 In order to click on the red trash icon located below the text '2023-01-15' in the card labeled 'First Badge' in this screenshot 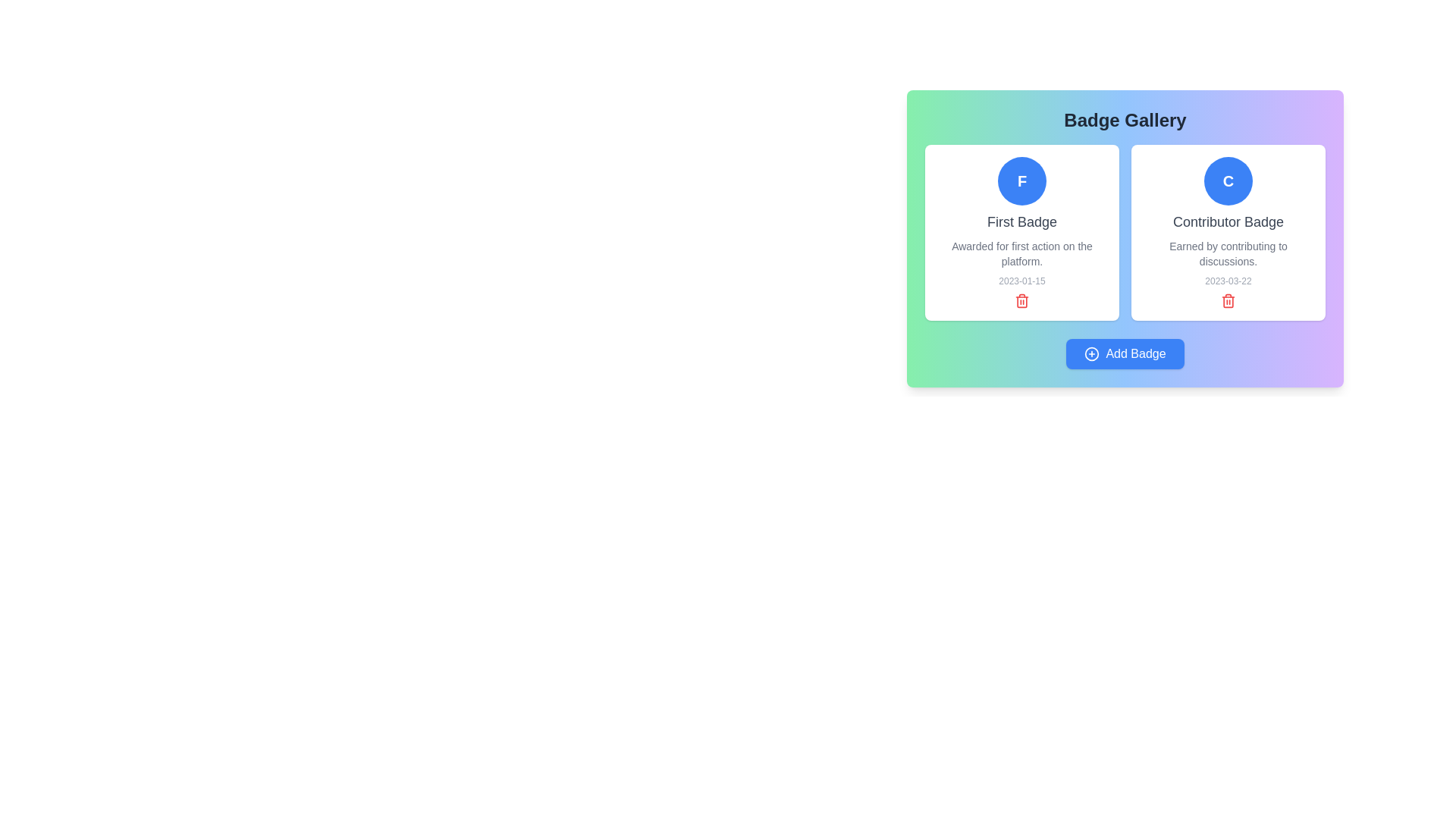, I will do `click(1022, 301)`.